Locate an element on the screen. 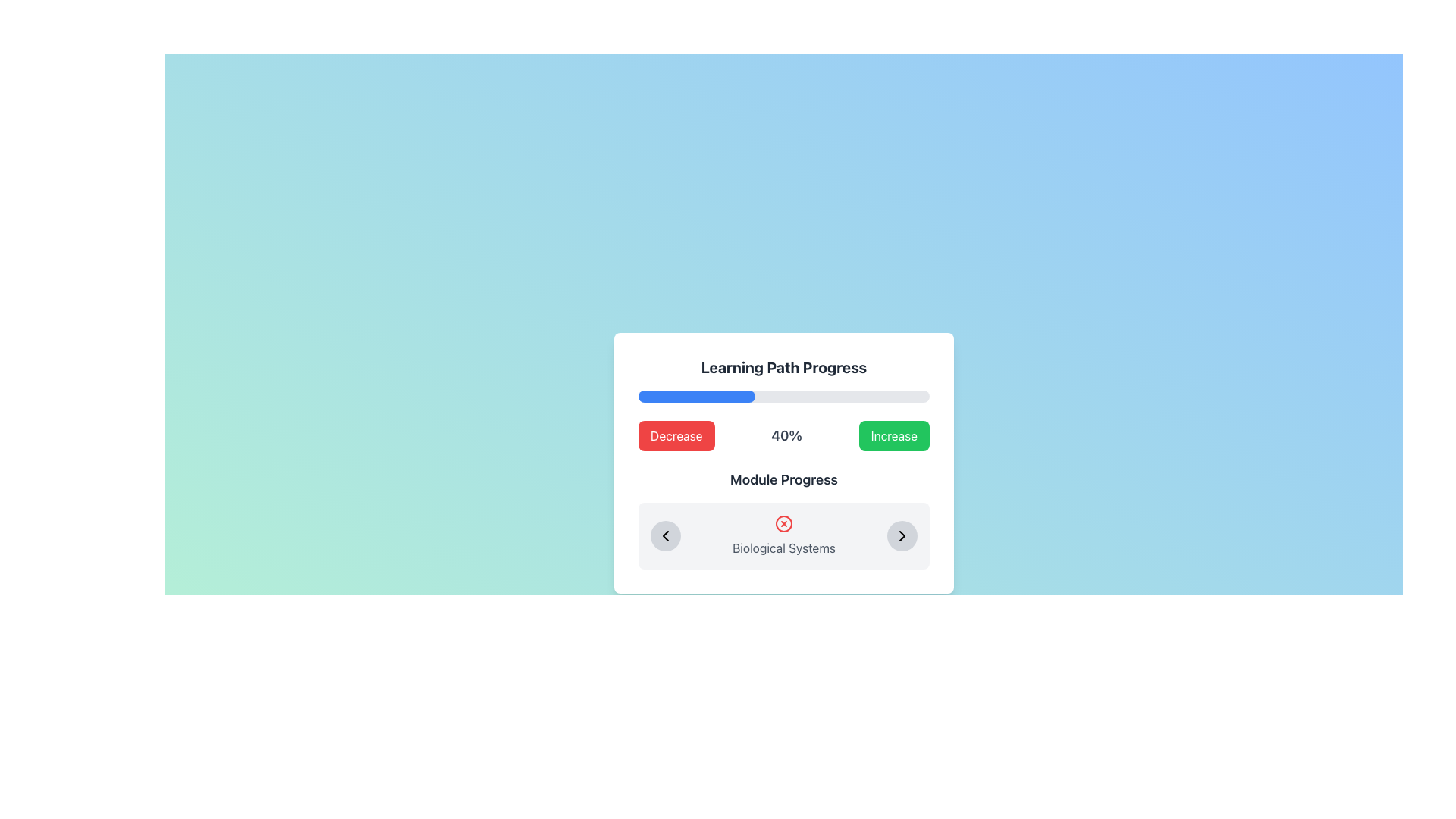 The image size is (1456, 819). the leftmost button that decreases the value associated with the '40%' text is located at coordinates (676, 435).